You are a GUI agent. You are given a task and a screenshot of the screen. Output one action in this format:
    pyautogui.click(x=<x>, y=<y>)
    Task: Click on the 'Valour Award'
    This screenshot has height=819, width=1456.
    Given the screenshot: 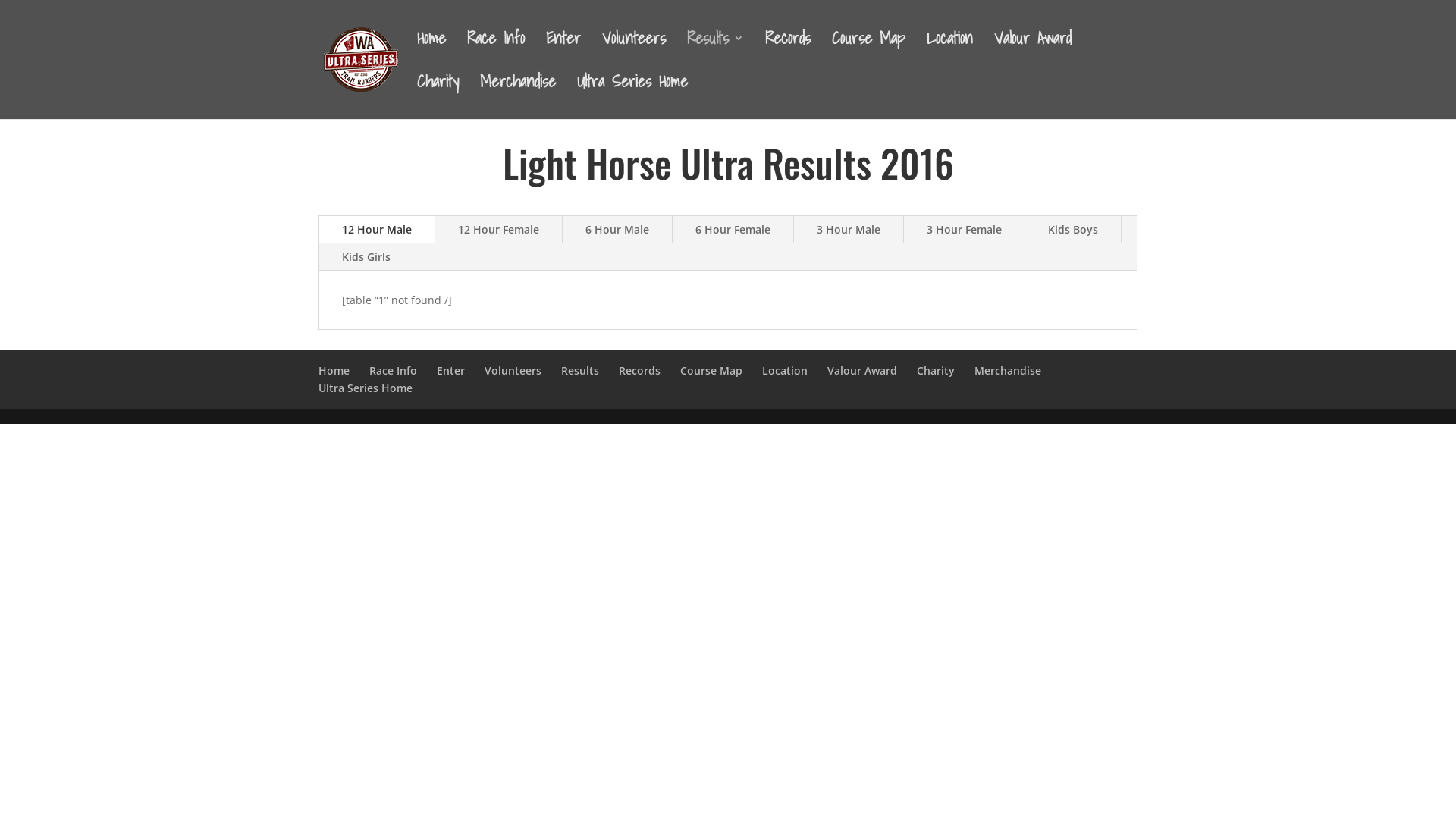 What is the action you would take?
    pyautogui.click(x=862, y=370)
    